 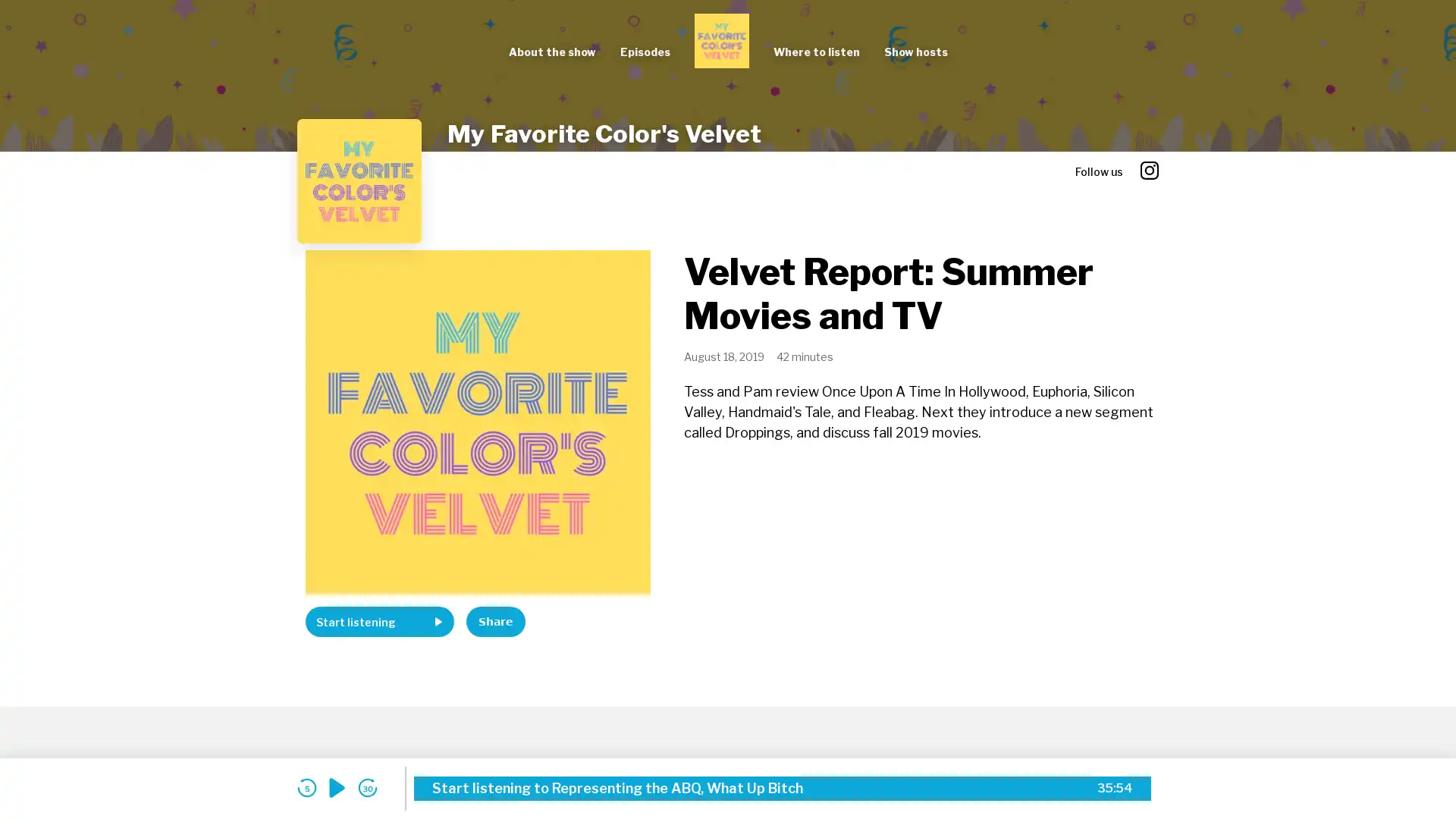 I want to click on play audio, so click(x=337, y=787).